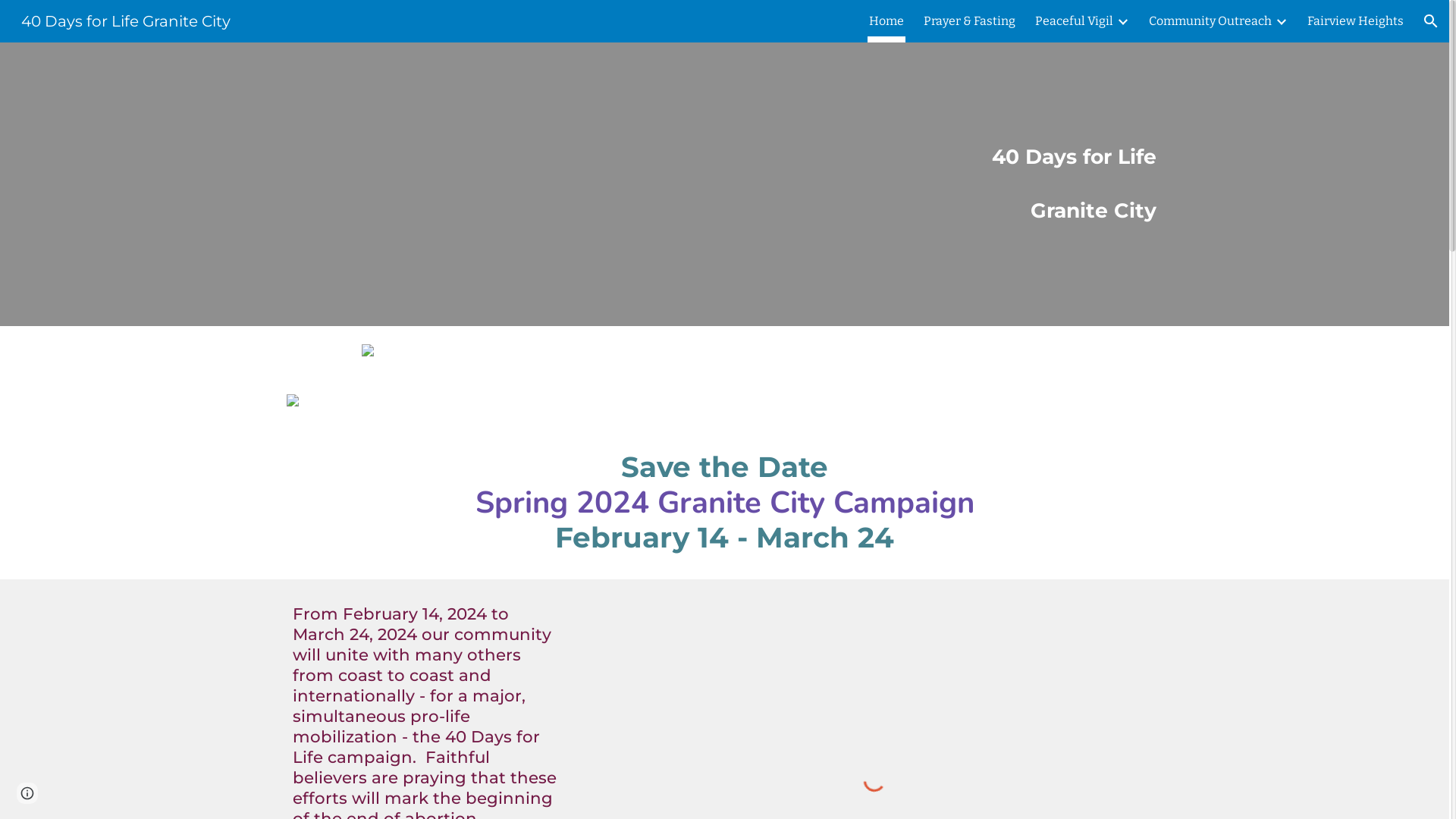  Describe the element at coordinates (1280, 20) in the screenshot. I see `'Expand/Collapse'` at that location.